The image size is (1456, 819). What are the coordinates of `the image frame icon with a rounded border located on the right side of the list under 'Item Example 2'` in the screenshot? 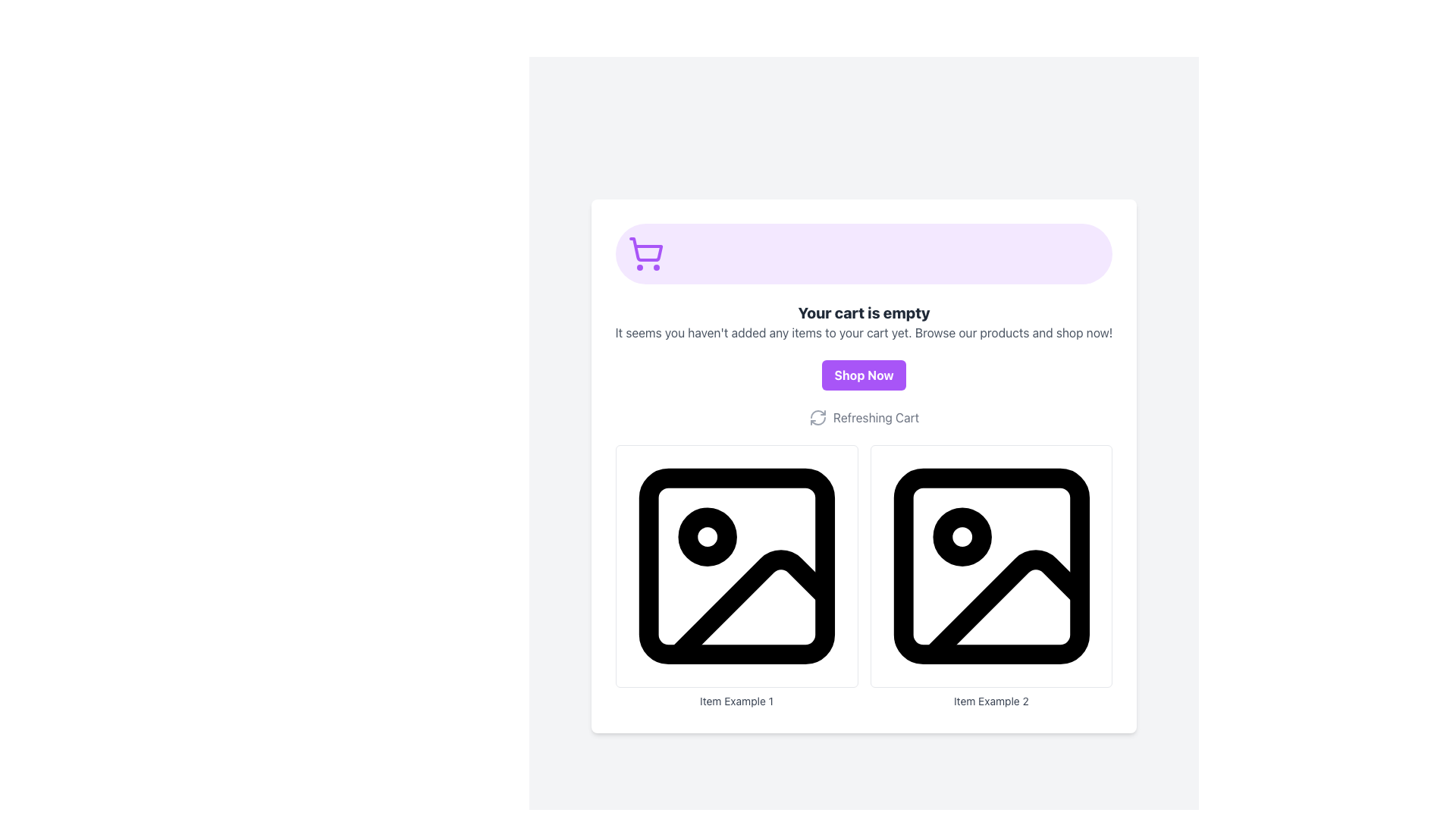 It's located at (991, 566).